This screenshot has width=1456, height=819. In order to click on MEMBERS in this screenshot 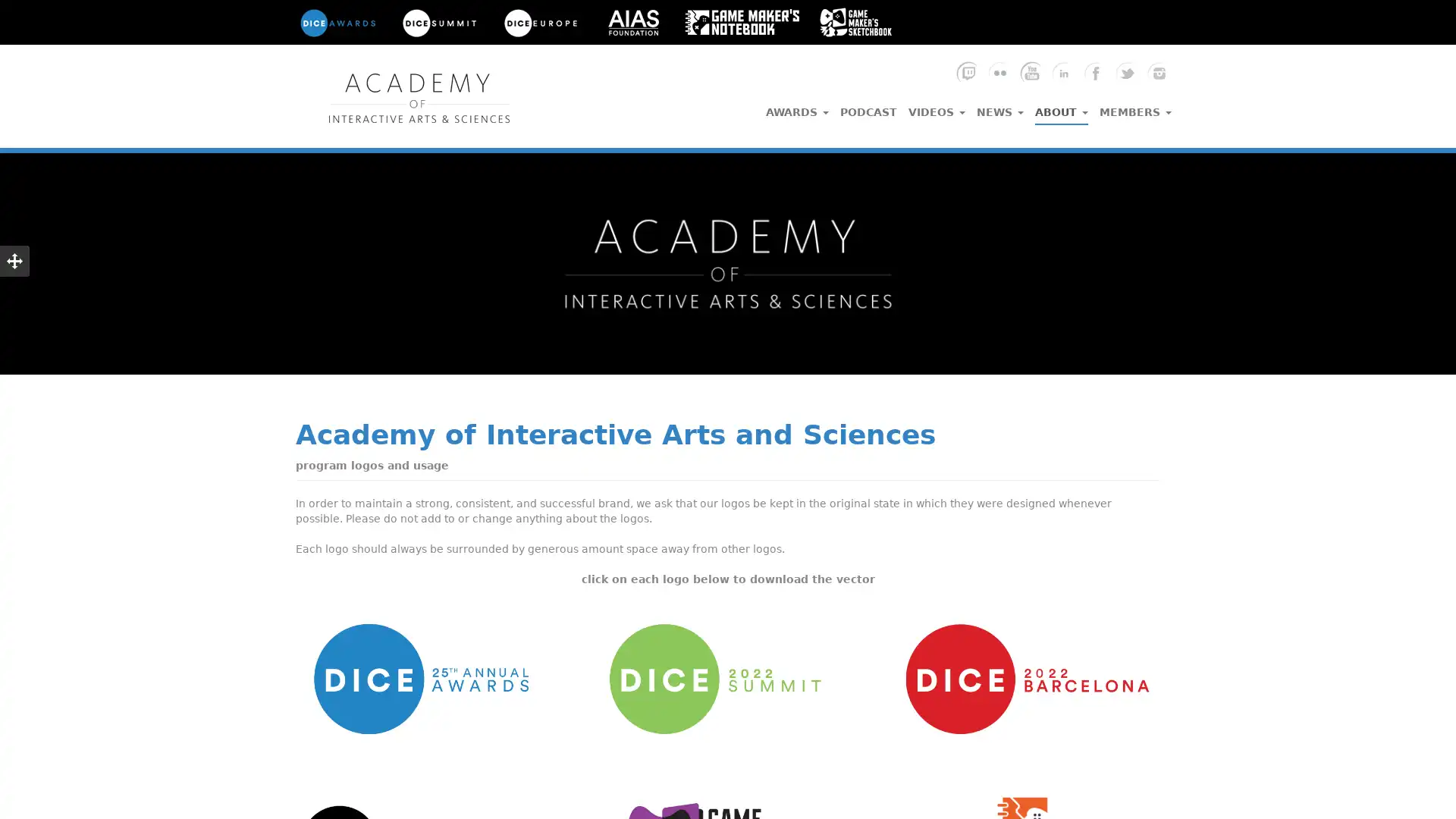, I will do `click(1135, 107)`.